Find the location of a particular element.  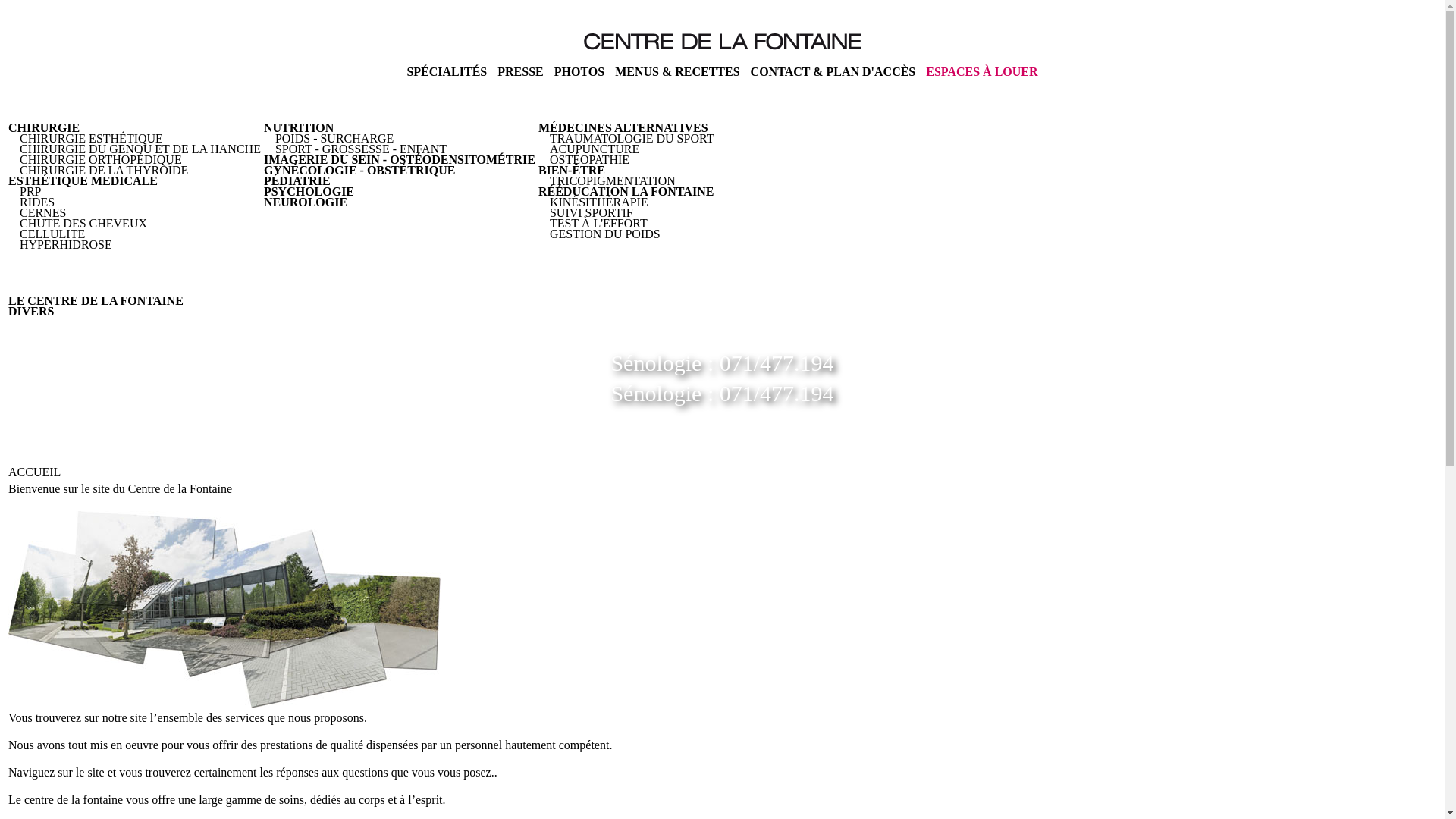

'HYPERHIDROSE' is located at coordinates (64, 243).